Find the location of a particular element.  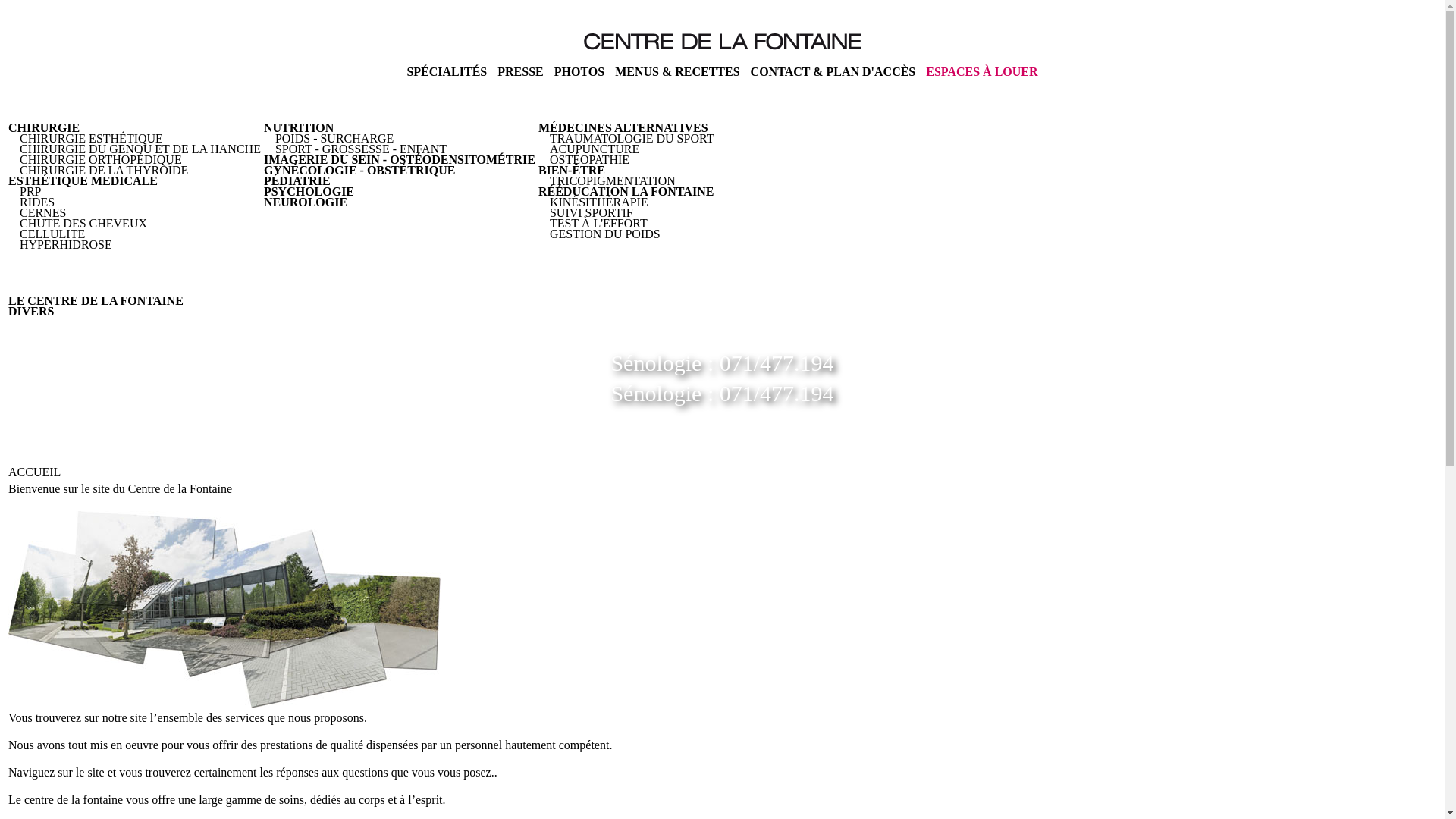

'HYPERHIDROSE' is located at coordinates (64, 243).